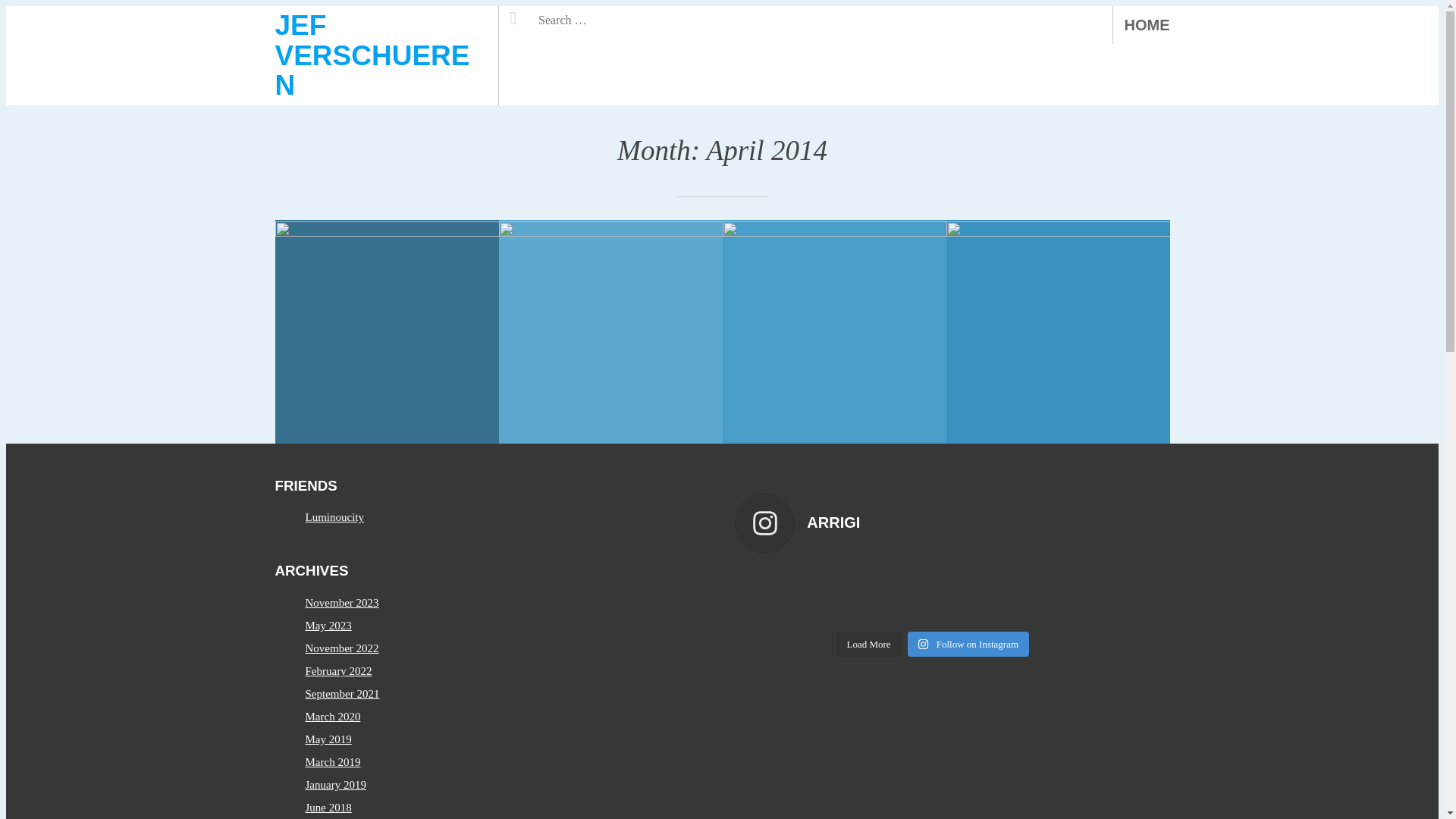  What do you see at coordinates (341, 693) in the screenshot?
I see `'September 2021'` at bounding box center [341, 693].